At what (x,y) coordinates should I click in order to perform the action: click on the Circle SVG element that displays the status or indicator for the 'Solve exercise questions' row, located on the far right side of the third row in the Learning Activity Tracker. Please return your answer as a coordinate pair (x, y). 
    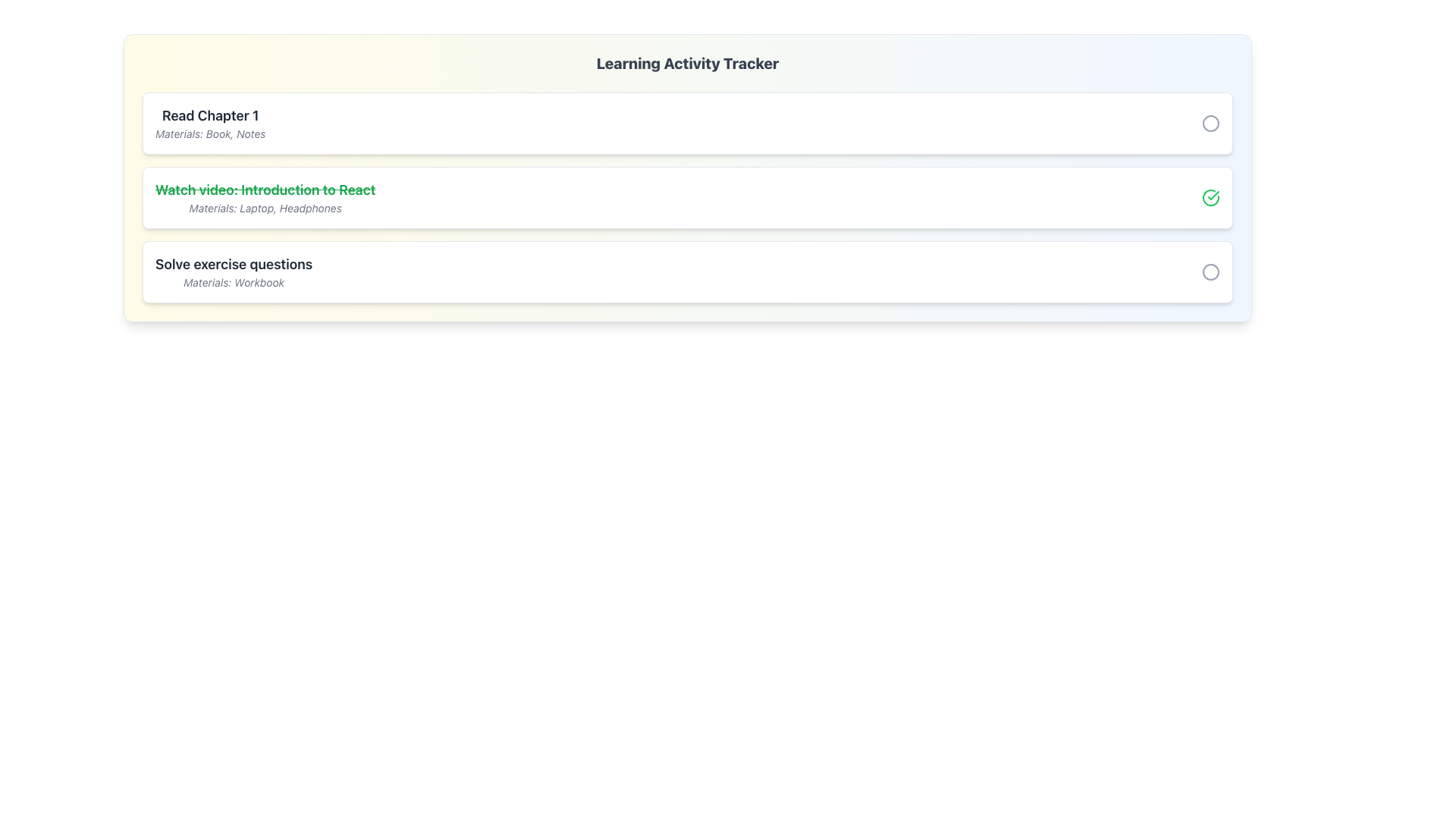
    Looking at the image, I should click on (1210, 271).